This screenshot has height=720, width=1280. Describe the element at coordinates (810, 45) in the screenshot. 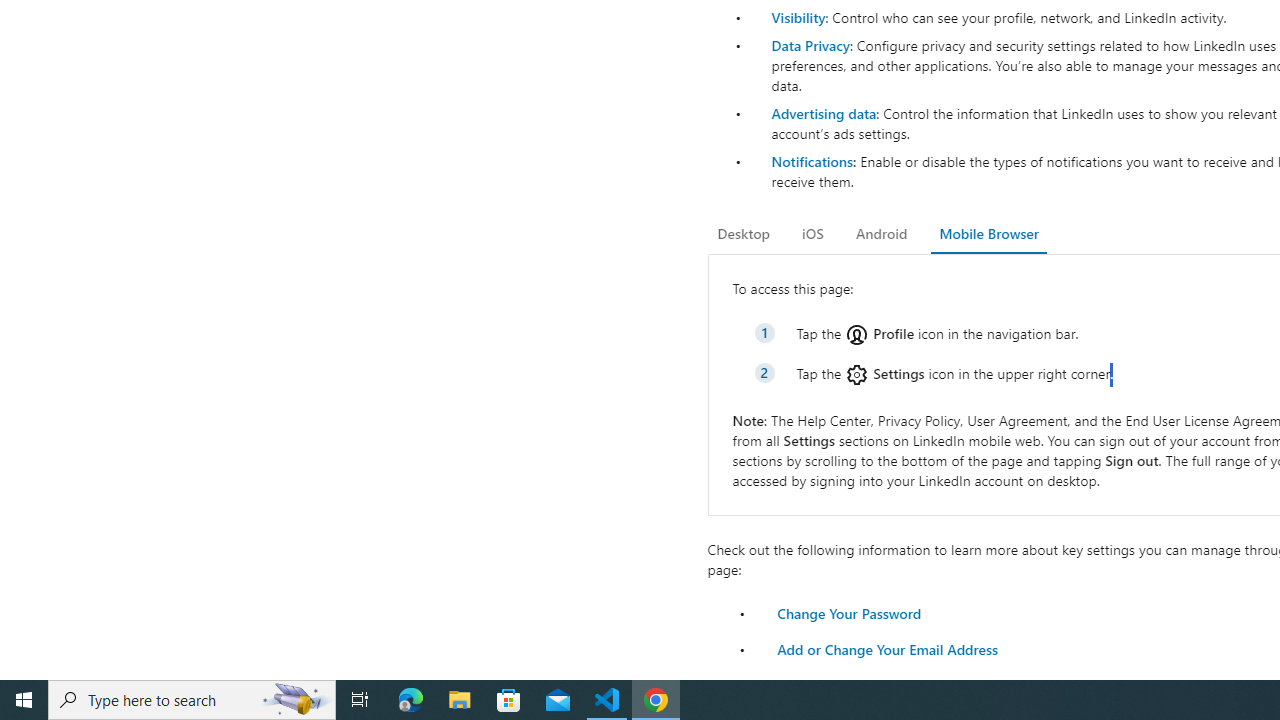

I see `'Data Privacy'` at that location.